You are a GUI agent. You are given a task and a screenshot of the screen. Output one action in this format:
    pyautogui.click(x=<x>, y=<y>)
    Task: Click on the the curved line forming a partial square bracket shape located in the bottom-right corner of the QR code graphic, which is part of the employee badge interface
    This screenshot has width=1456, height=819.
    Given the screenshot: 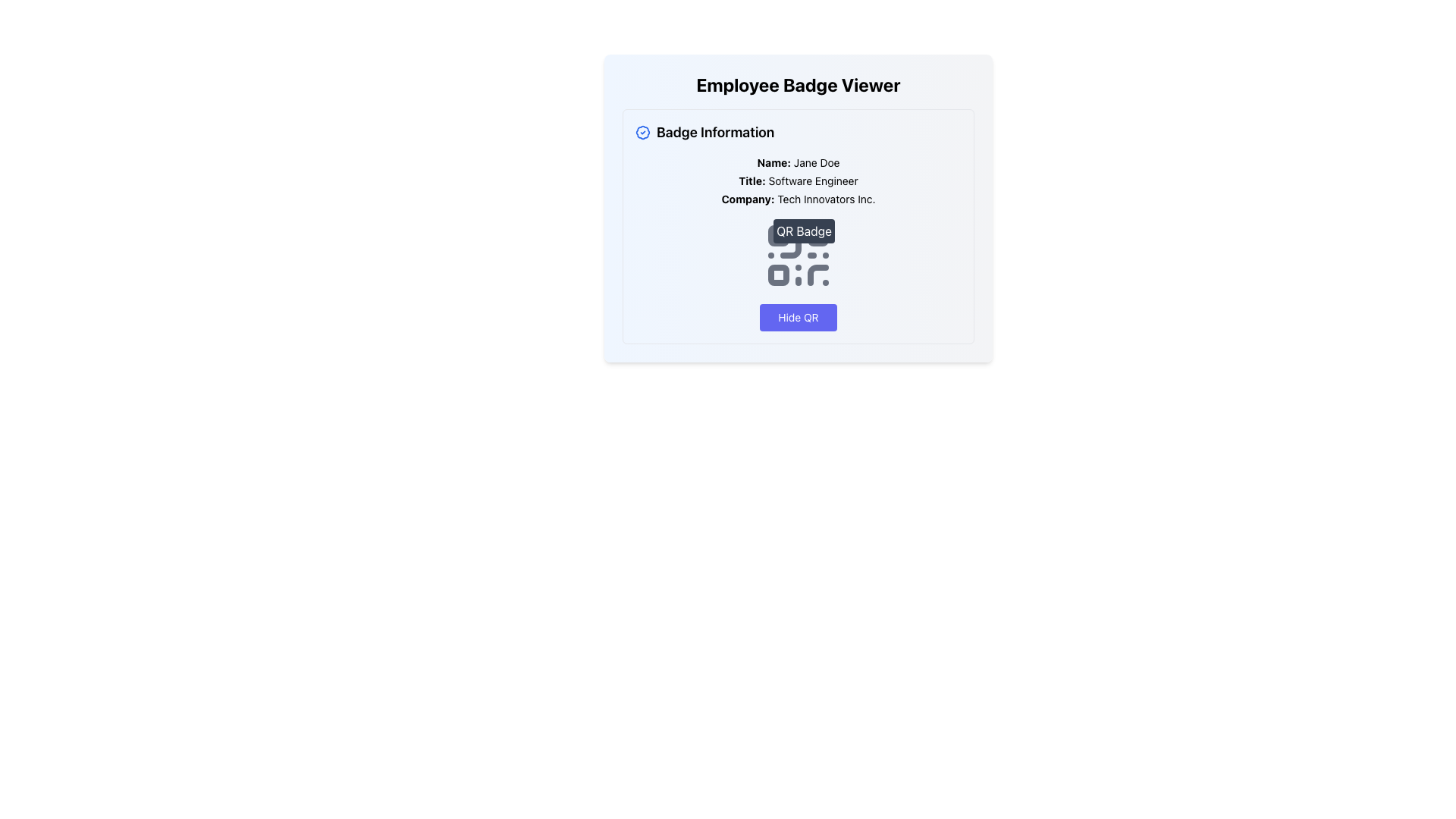 What is the action you would take?
    pyautogui.click(x=817, y=275)
    